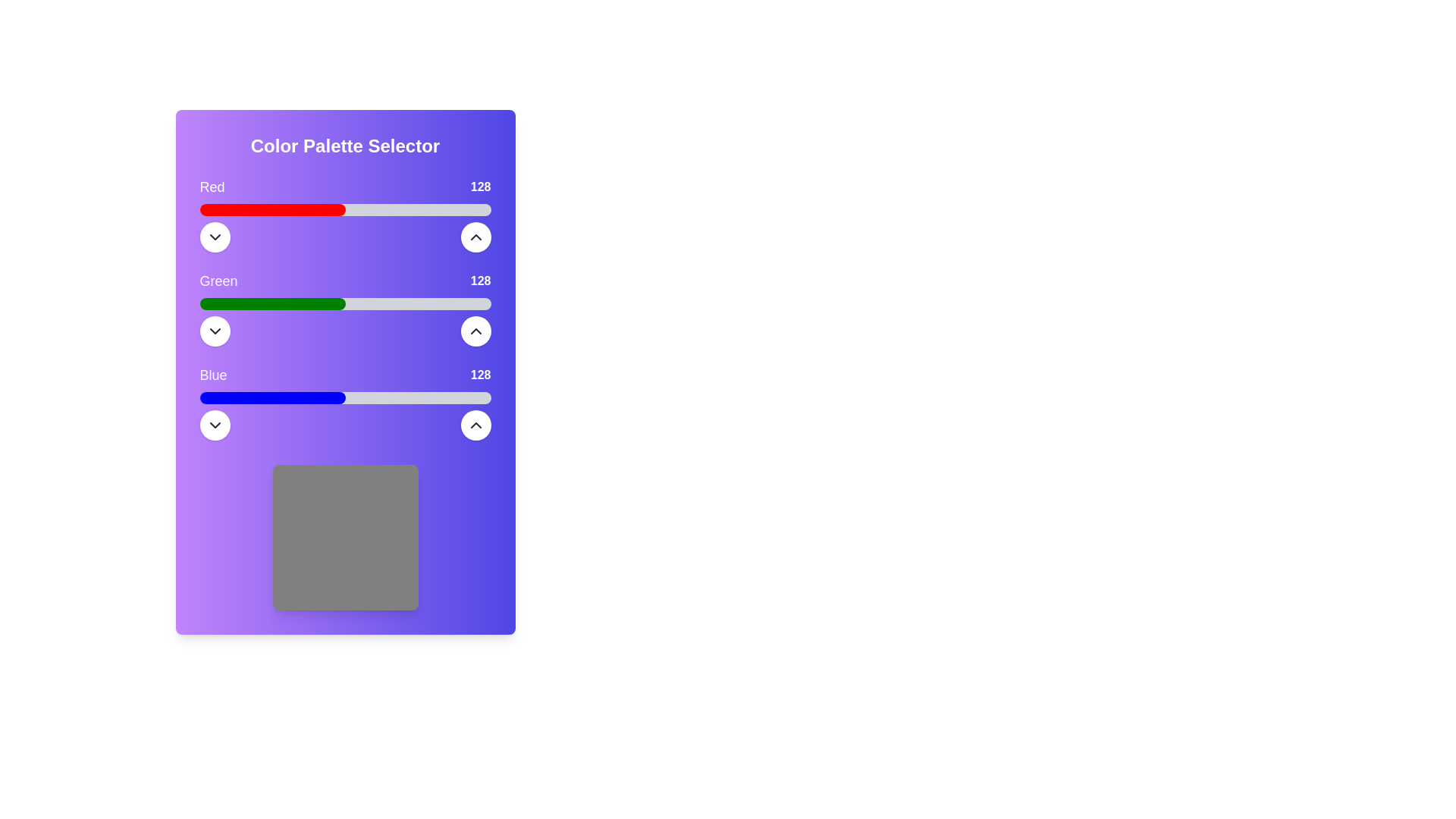  What do you see at coordinates (246, 304) in the screenshot?
I see `the green color intensity` at bounding box center [246, 304].